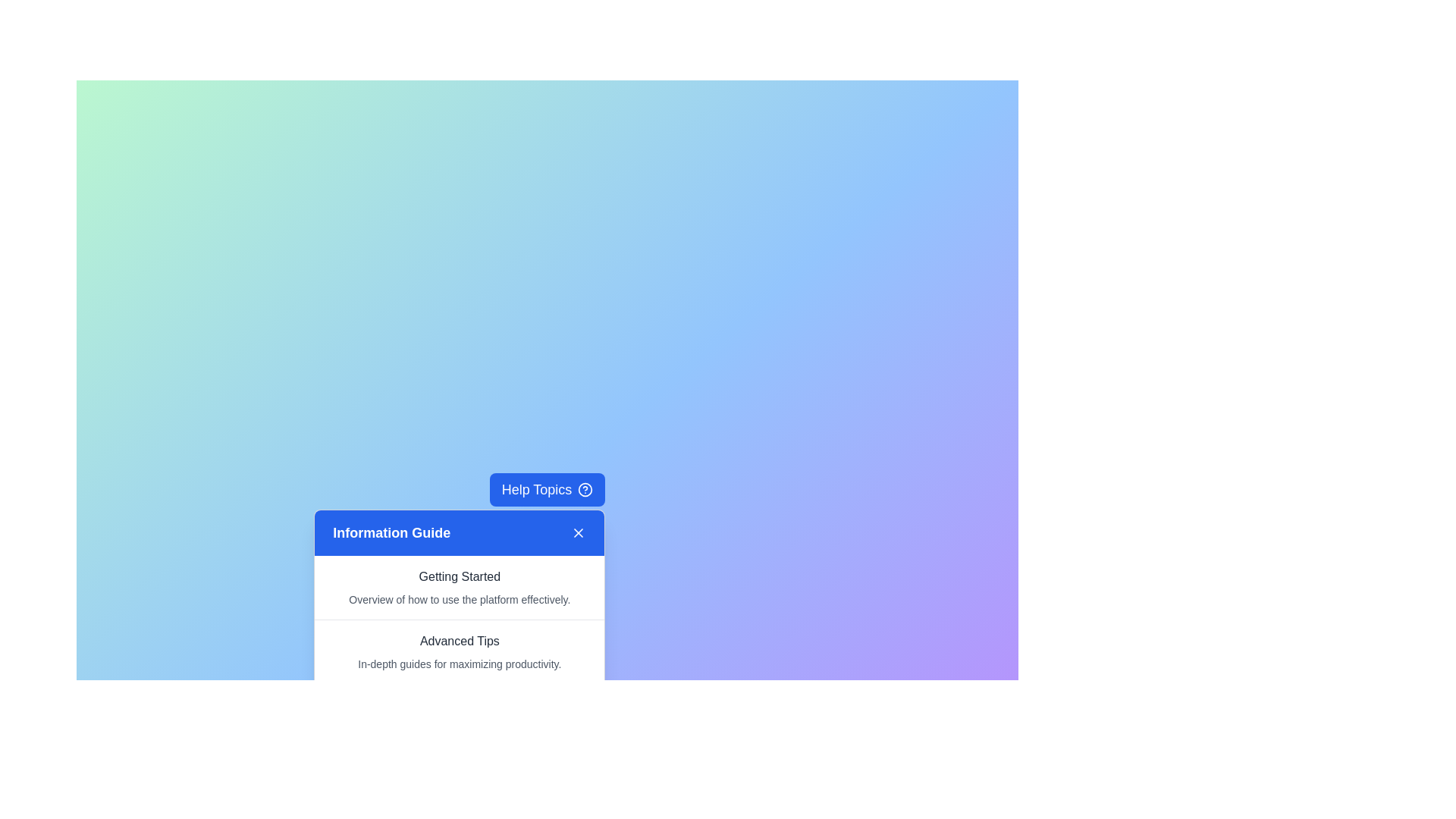 This screenshot has width=1456, height=819. I want to click on the label that introduces 'Advanced Tips', positioned below 'Getting Started' and above 'In-depth guides for maximizing productivity', so click(459, 641).